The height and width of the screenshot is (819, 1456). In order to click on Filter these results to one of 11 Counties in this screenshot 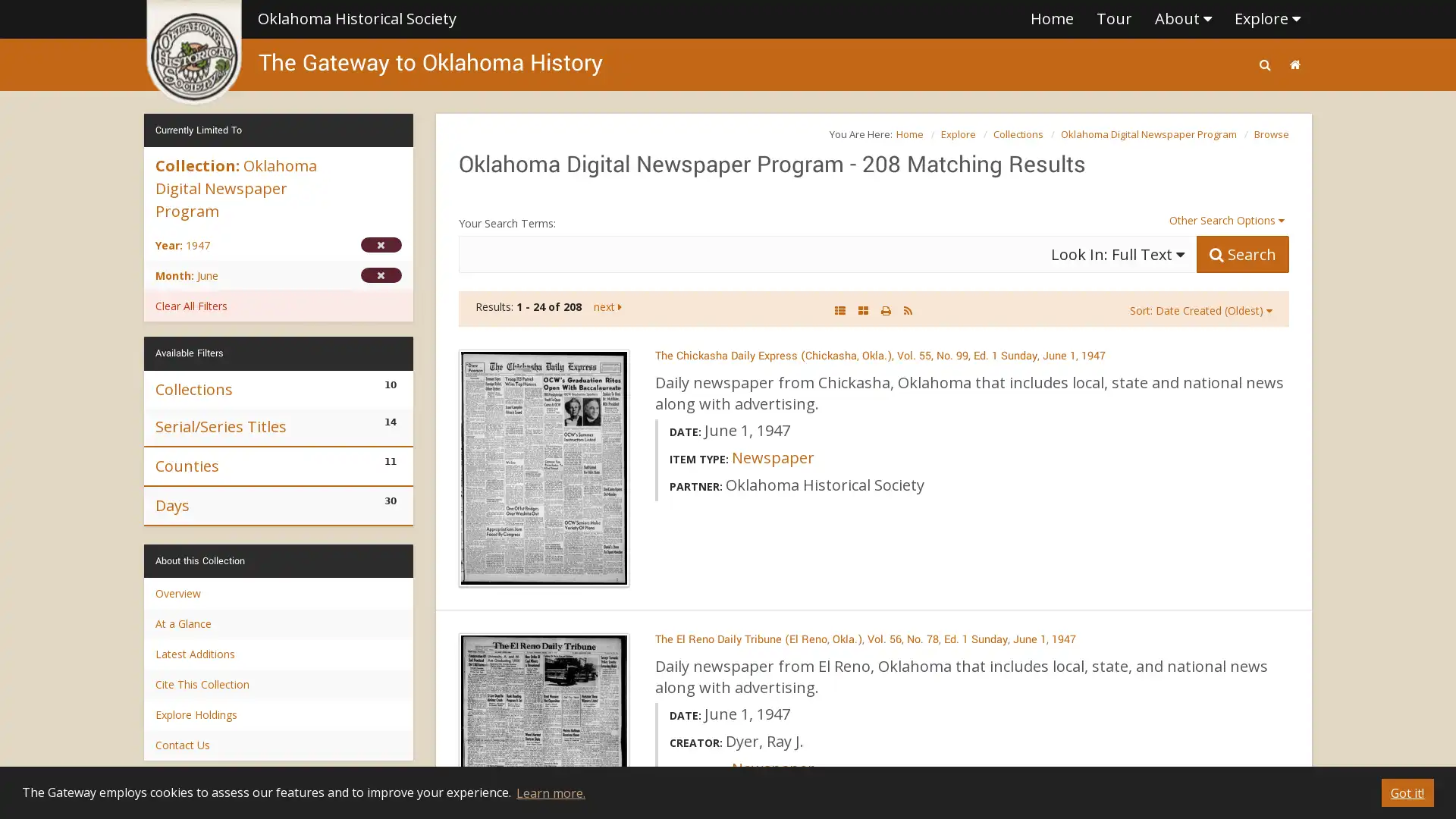, I will do `click(278, 464)`.